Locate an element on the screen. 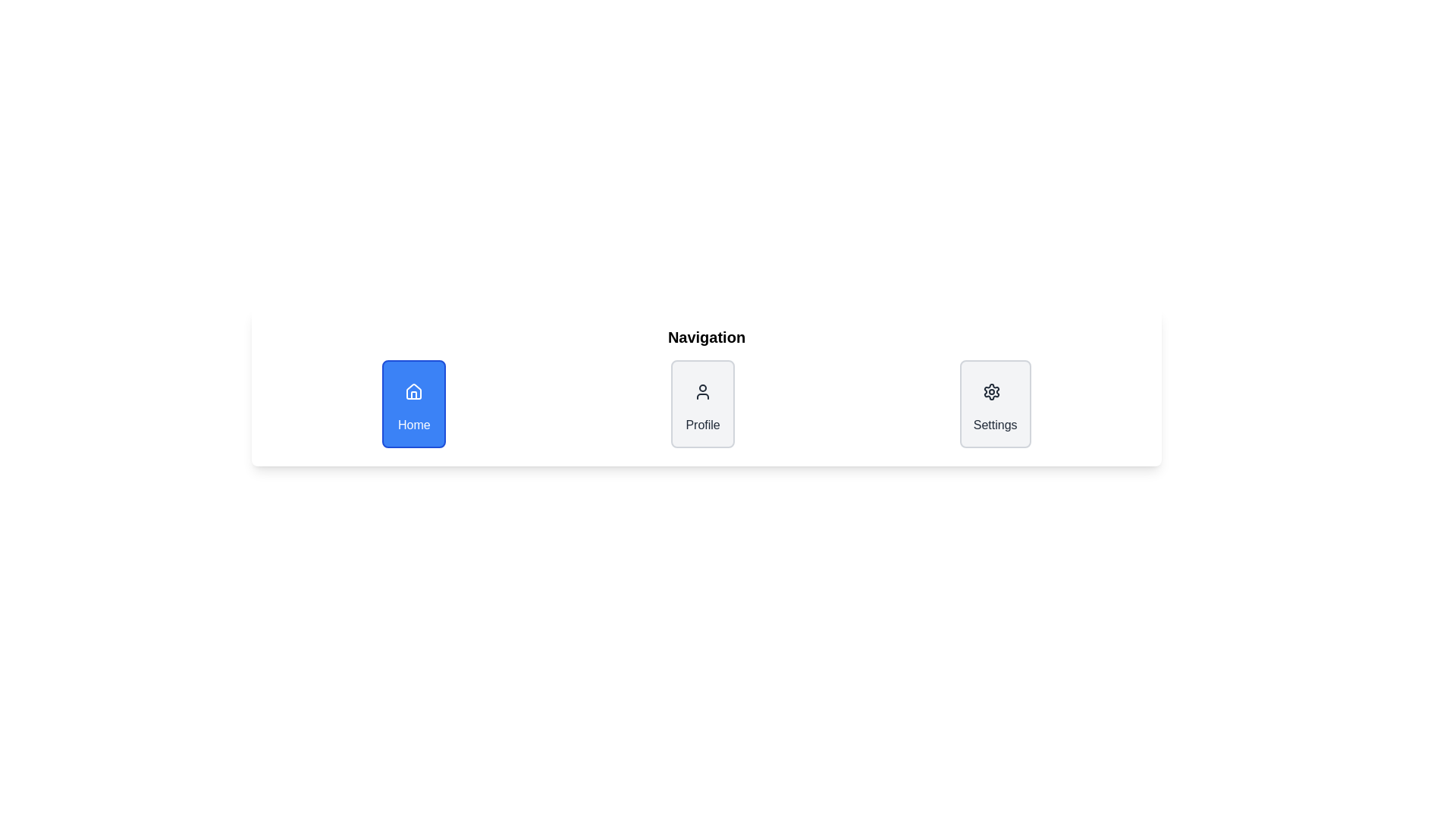  the circular gear-shaped icon, which is centrally aligned in the 'Settings' button located at the far right of the horizontal navigation menu, above the text 'Settings.' is located at coordinates (991, 391).